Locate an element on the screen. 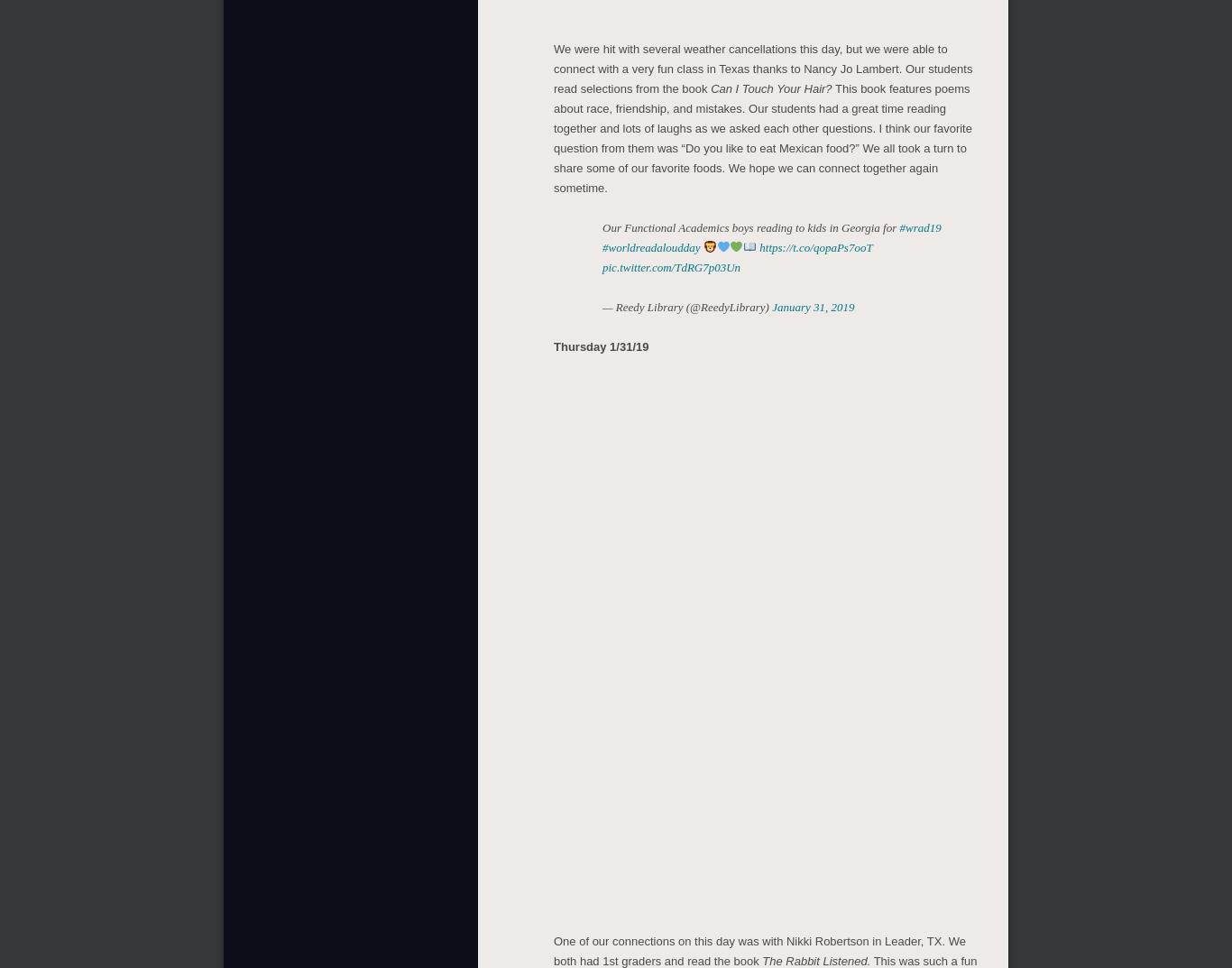  '#wrad19' is located at coordinates (899, 223).